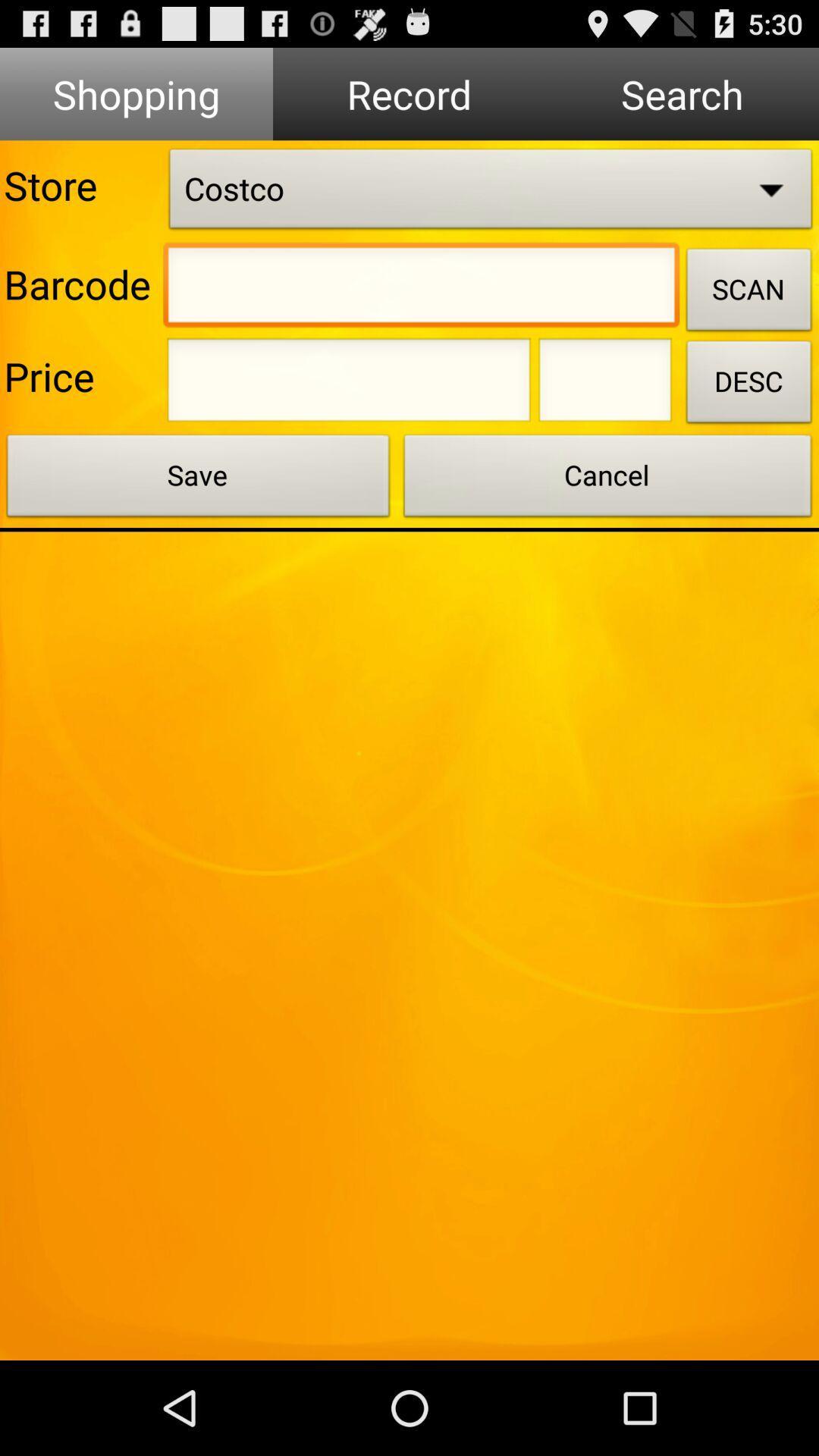 This screenshot has width=819, height=1456. Describe the element at coordinates (349, 384) in the screenshot. I see `price pega` at that location.